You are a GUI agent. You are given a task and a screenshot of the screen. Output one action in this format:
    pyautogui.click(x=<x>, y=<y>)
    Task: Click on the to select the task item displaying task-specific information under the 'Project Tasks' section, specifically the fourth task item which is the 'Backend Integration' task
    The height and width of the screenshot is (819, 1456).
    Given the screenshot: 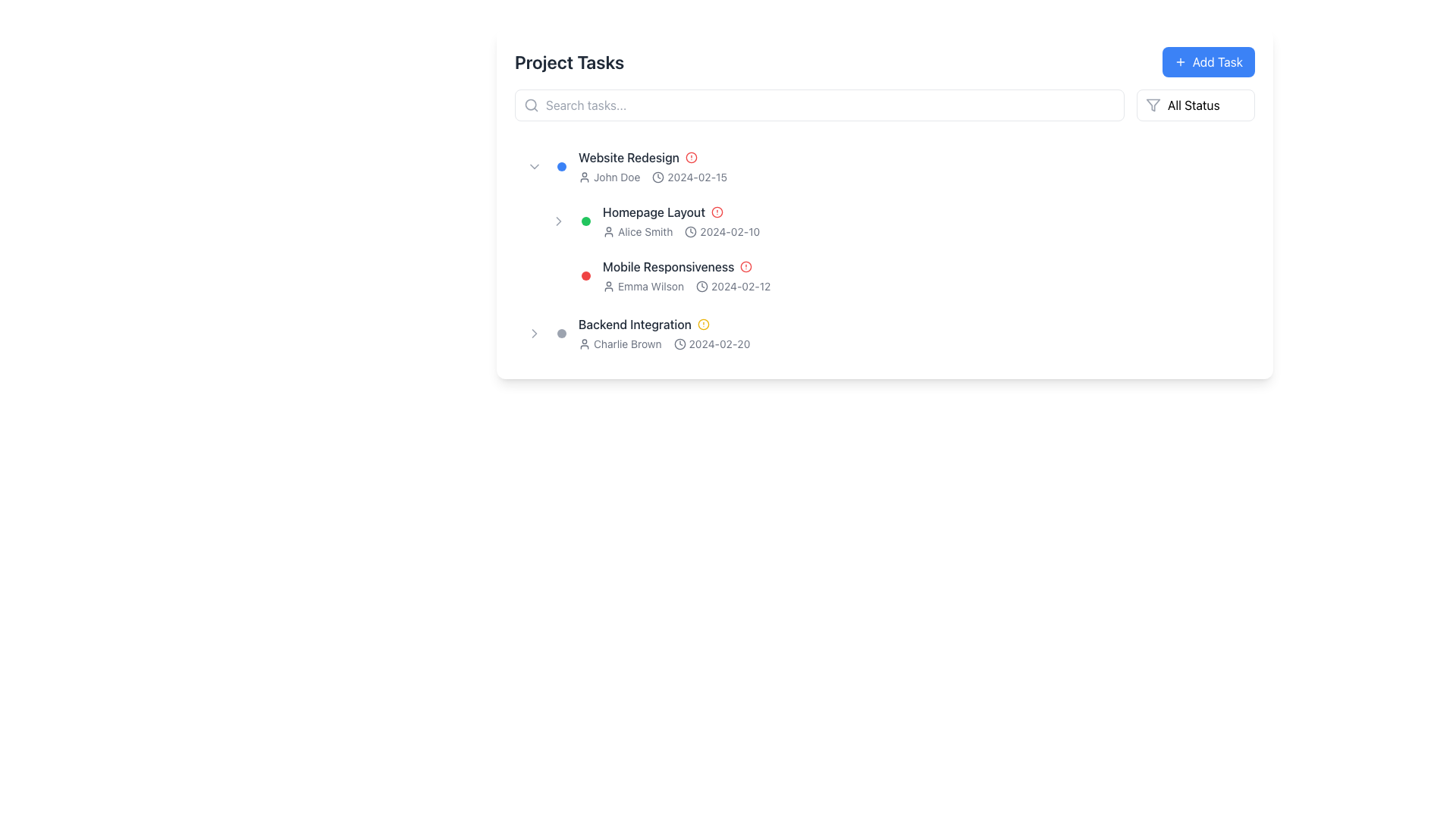 What is the action you would take?
    pyautogui.click(x=884, y=332)
    